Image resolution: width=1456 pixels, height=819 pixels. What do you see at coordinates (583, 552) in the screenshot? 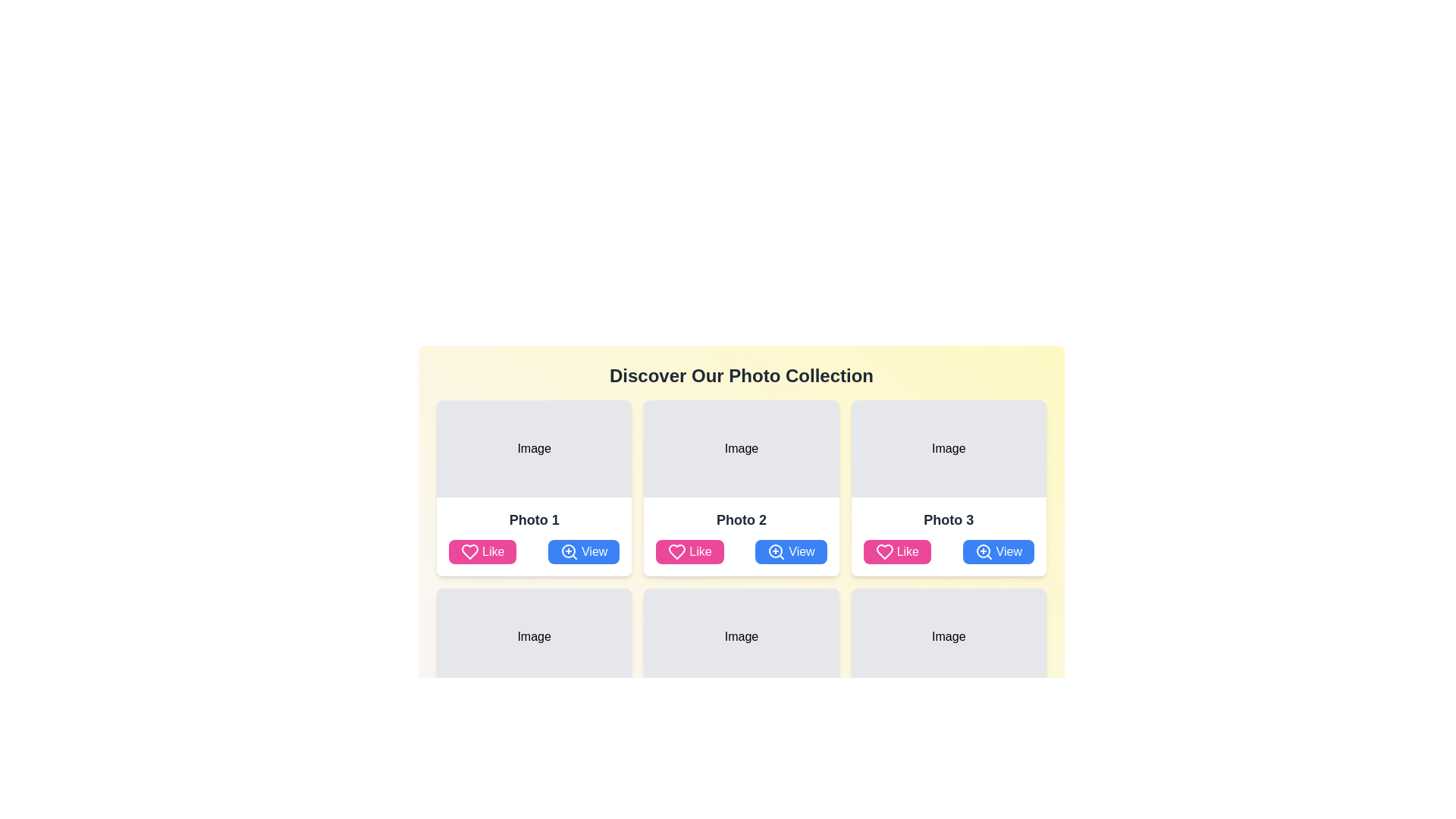
I see `the button labeled 'View' which has a blue background and a magnifying glass icon, located below 'Photo 1' and to the right of the 'Like' button` at bounding box center [583, 552].